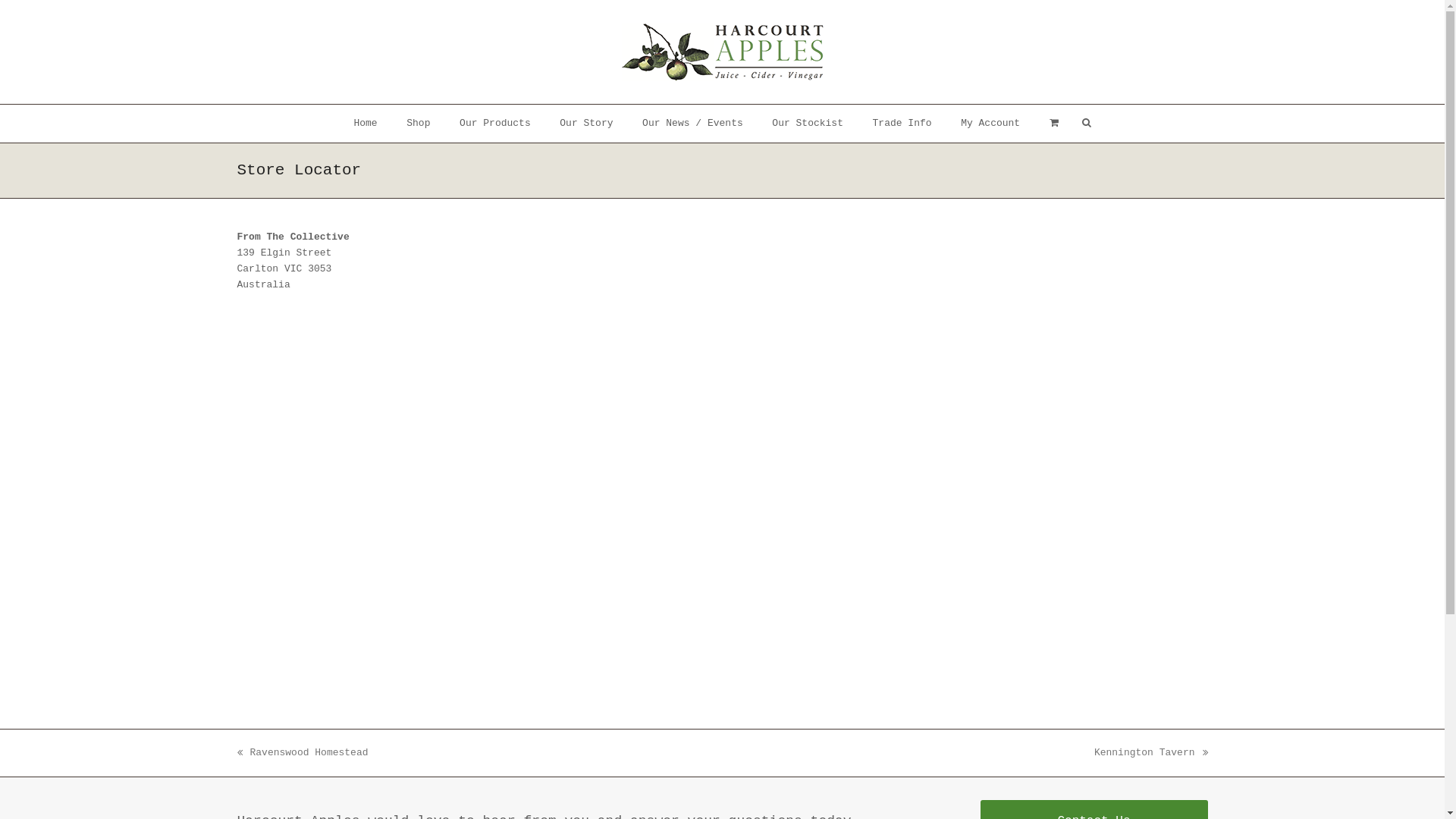 This screenshot has width=1456, height=819. I want to click on 'Trade Info', so click(902, 122).